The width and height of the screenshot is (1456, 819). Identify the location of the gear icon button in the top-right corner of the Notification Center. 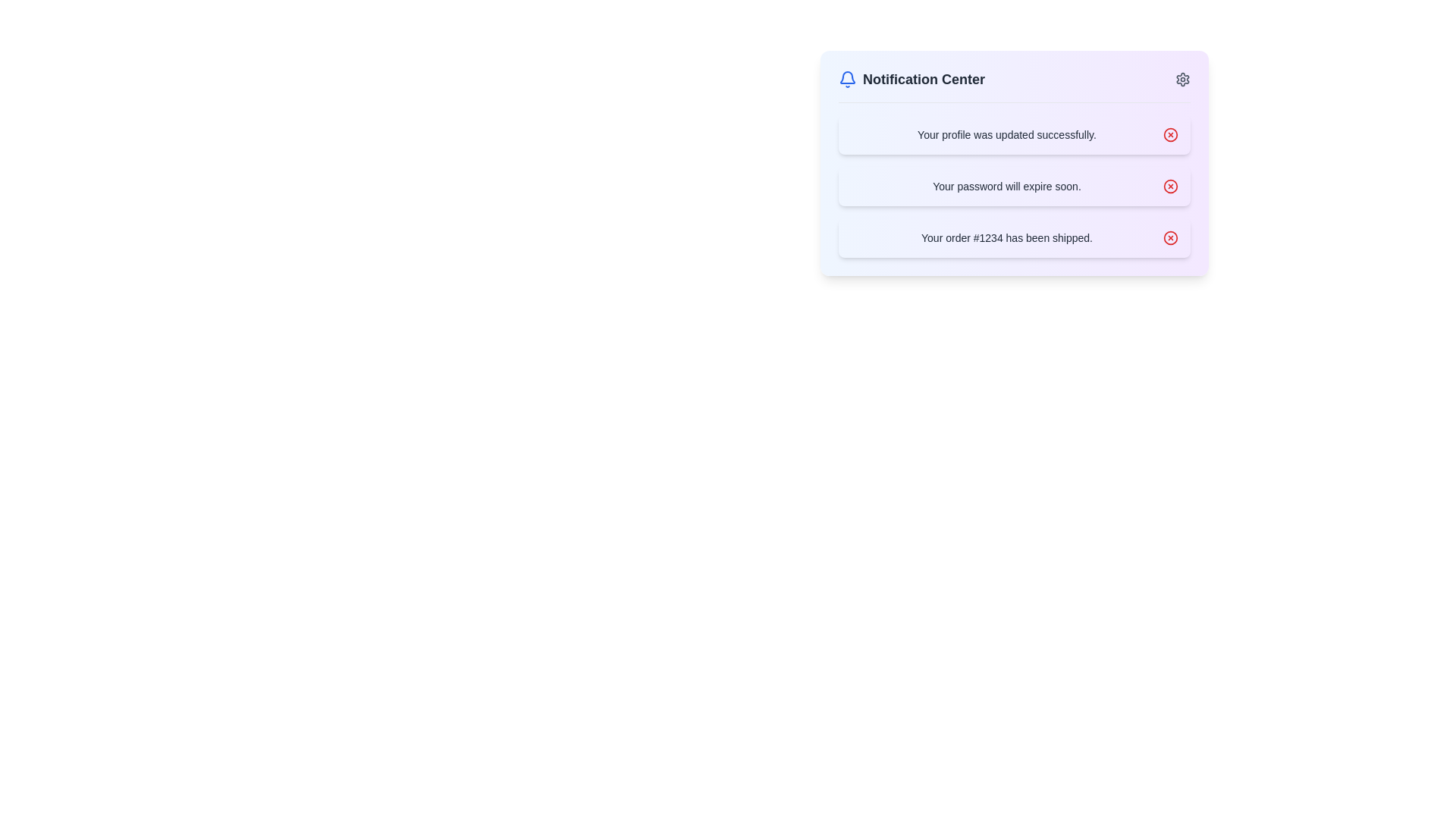
(1182, 79).